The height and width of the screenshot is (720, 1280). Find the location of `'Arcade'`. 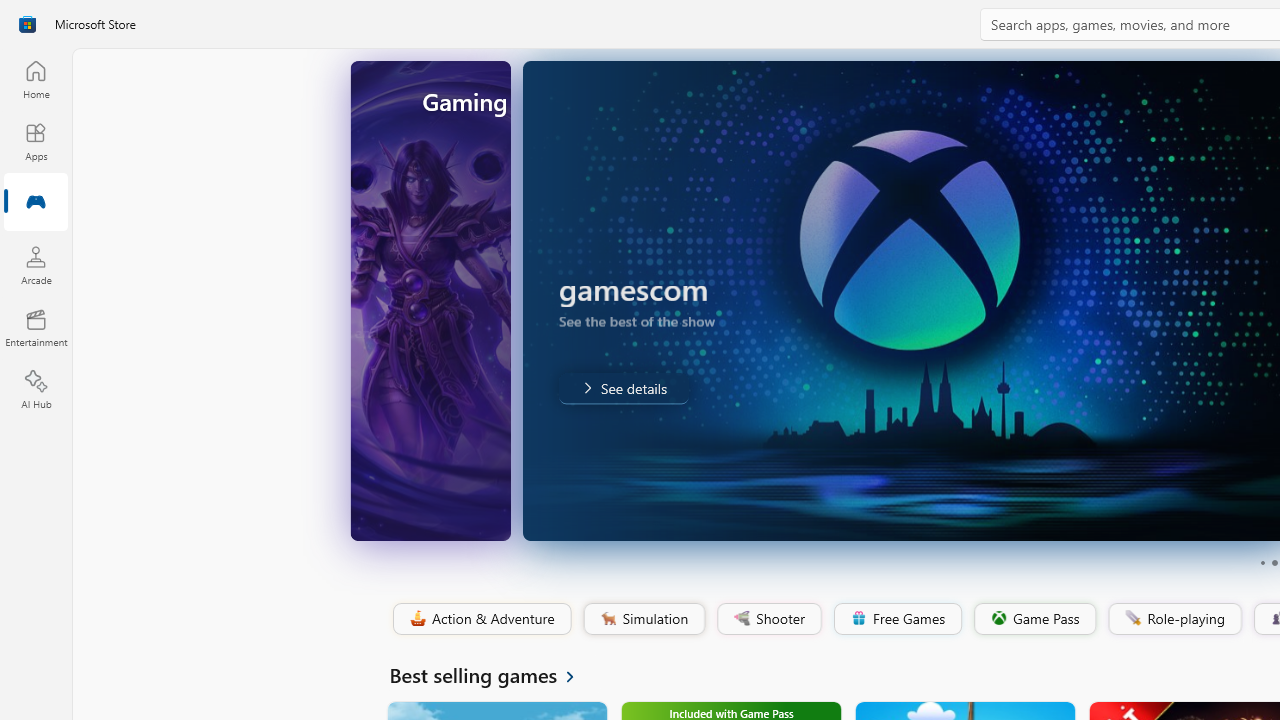

'Arcade' is located at coordinates (35, 264).